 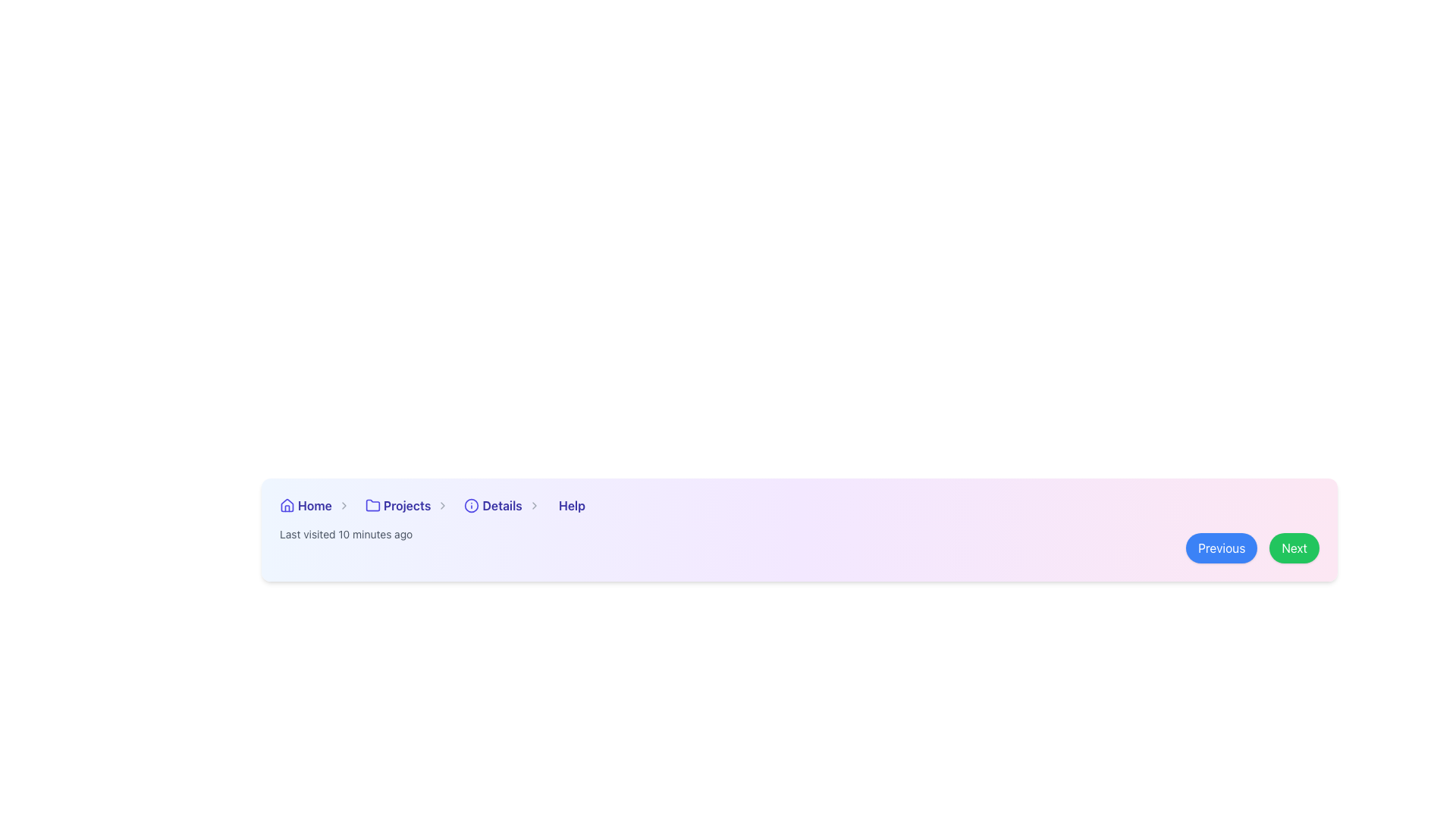 What do you see at coordinates (570, 506) in the screenshot?
I see `the 'Help' hyperlink located at the bottom of the webpage in the breadcrumb navigation bar` at bounding box center [570, 506].